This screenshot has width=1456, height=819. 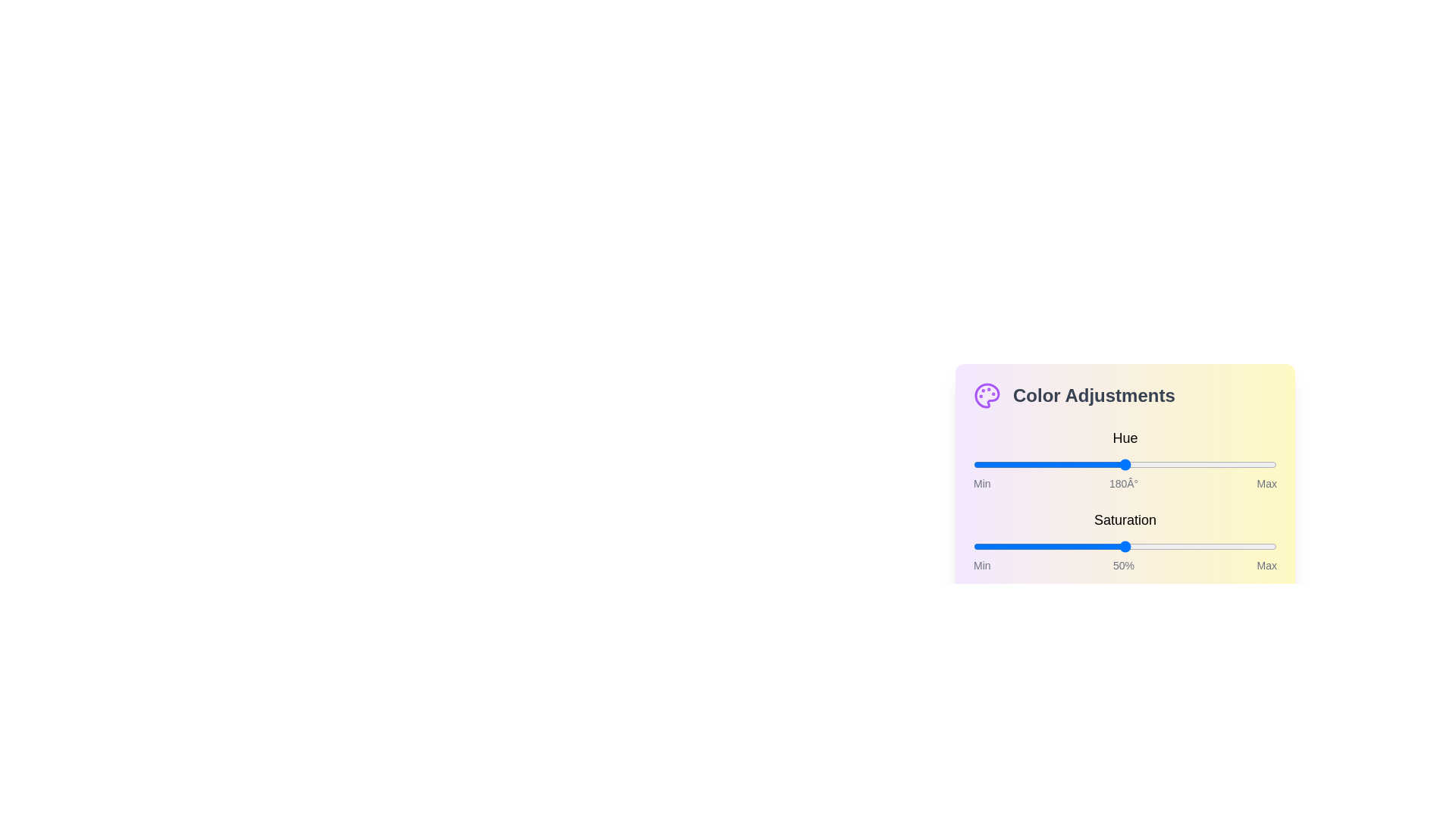 What do you see at coordinates (1191, 547) in the screenshot?
I see `the saturation slider to 72` at bounding box center [1191, 547].